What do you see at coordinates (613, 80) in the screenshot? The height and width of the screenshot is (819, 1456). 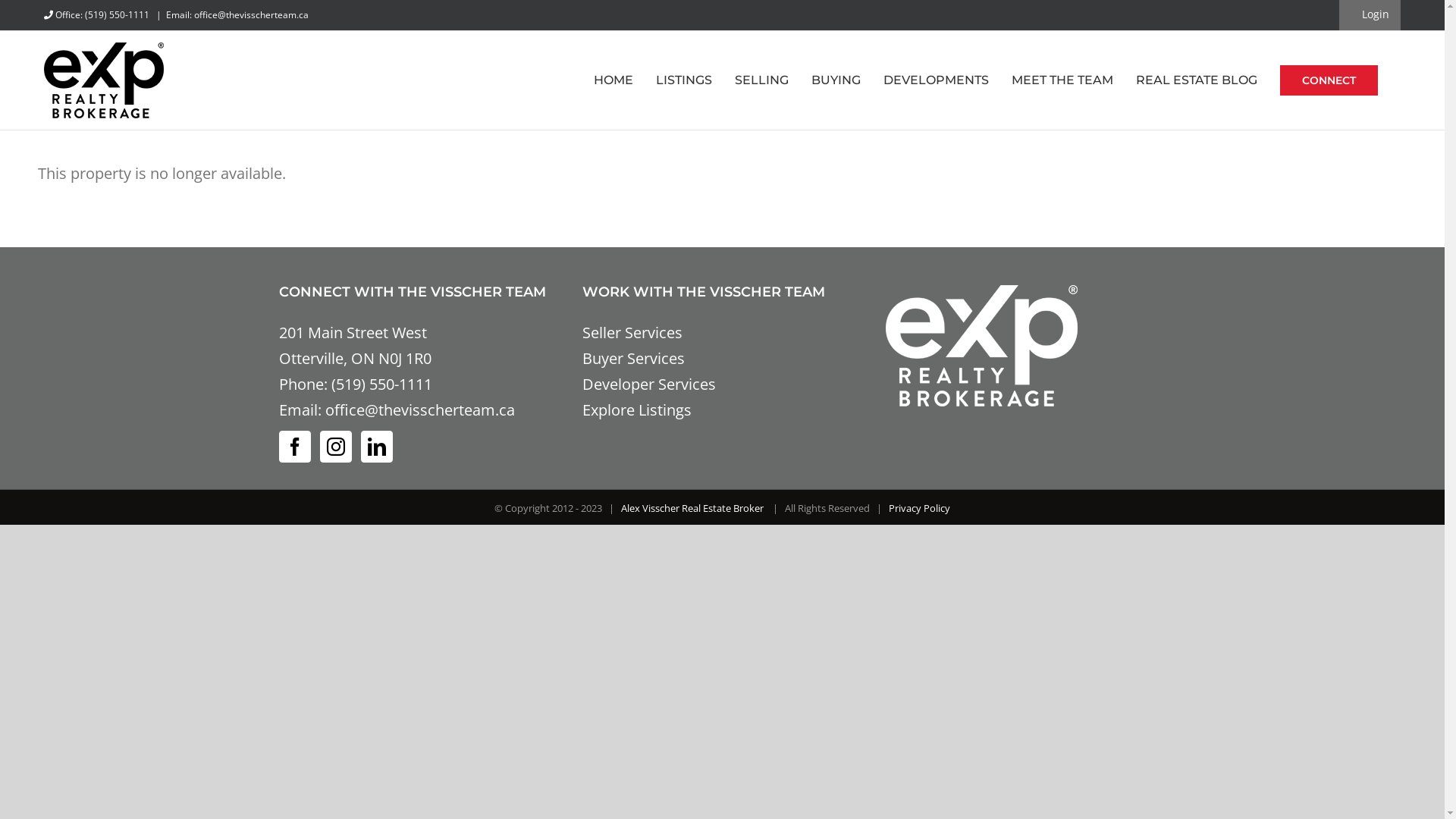 I see `'HOME'` at bounding box center [613, 80].